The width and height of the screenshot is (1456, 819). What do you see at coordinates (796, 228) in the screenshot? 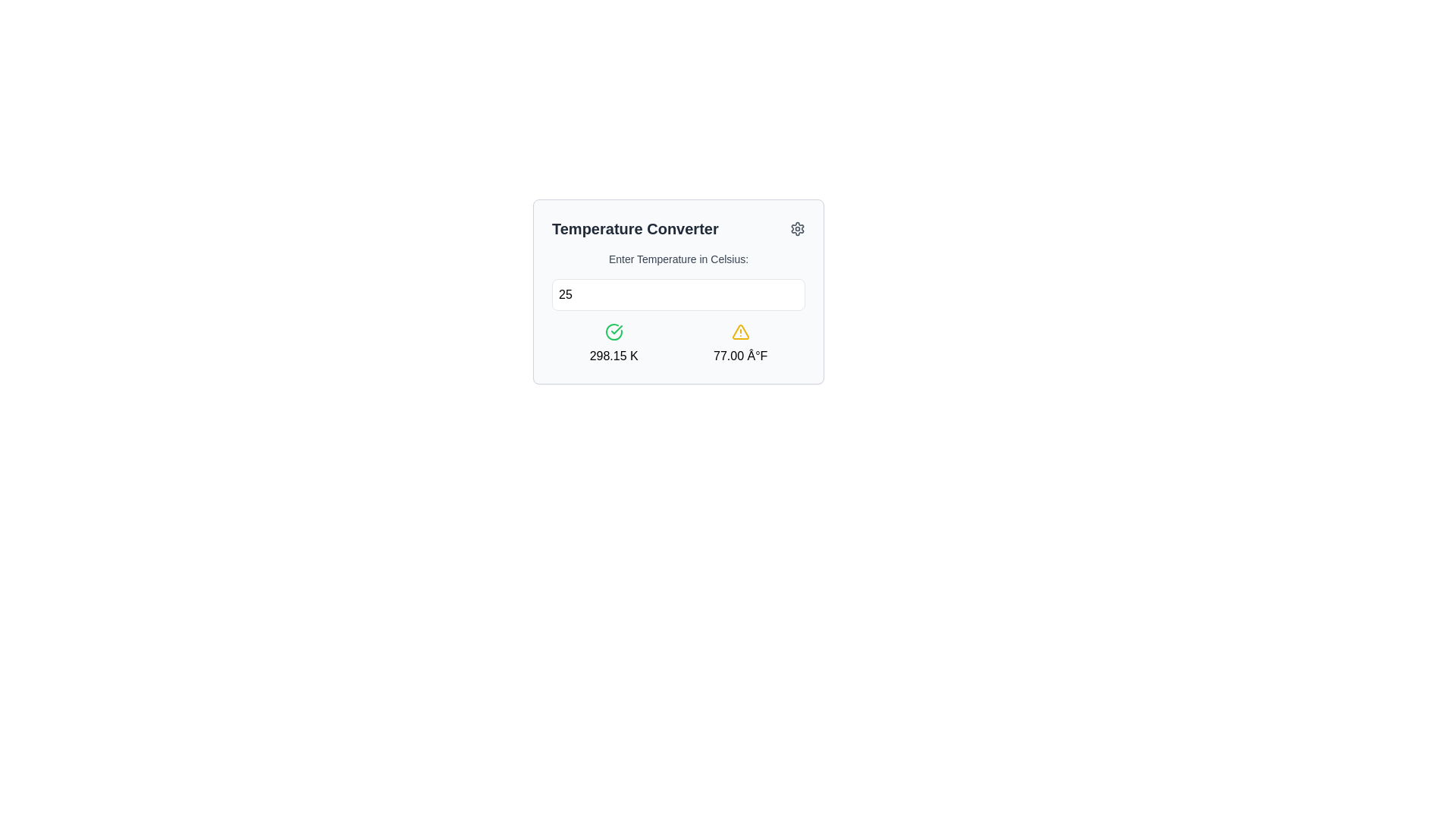
I see `the Settings Cogwheel icon located at the upper-right corner of the Temperature Converter card` at bounding box center [796, 228].